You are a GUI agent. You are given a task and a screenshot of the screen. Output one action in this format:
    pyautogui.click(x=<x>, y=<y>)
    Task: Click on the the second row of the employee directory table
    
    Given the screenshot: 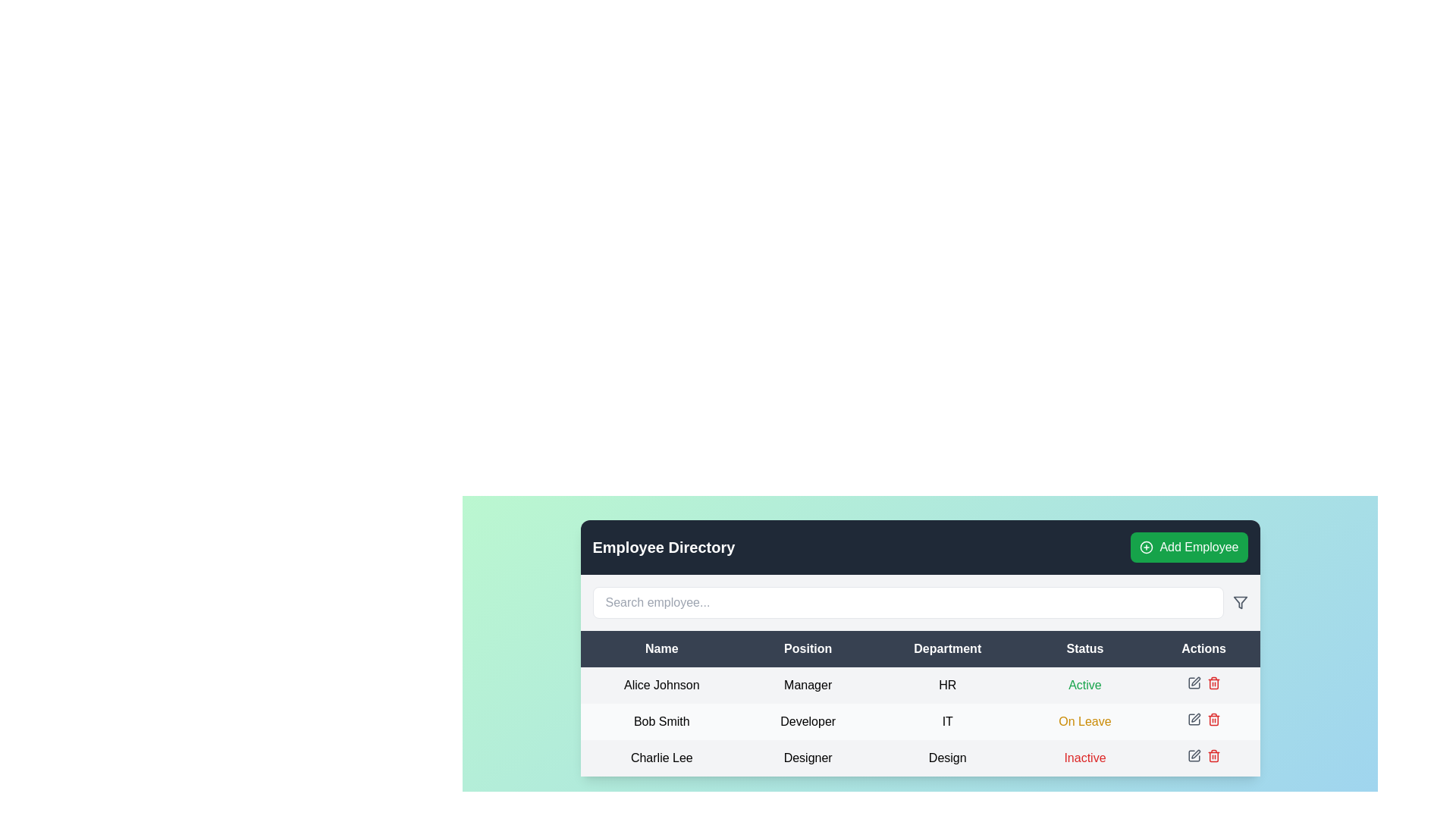 What is the action you would take?
    pyautogui.click(x=919, y=721)
    